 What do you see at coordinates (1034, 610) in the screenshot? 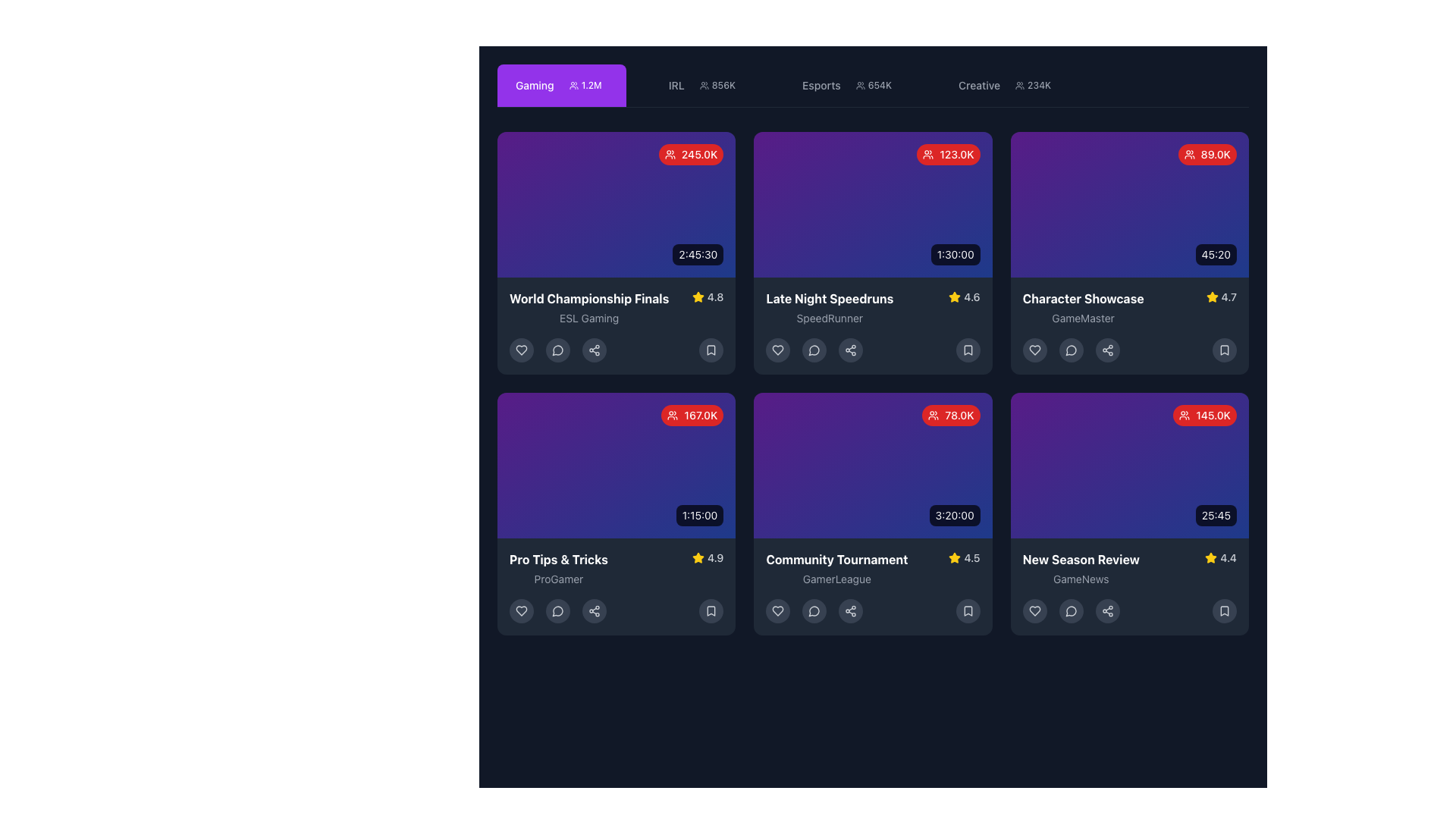
I see `the heart-shaped icon indicating a 'like' or 'favorite' action located` at bounding box center [1034, 610].